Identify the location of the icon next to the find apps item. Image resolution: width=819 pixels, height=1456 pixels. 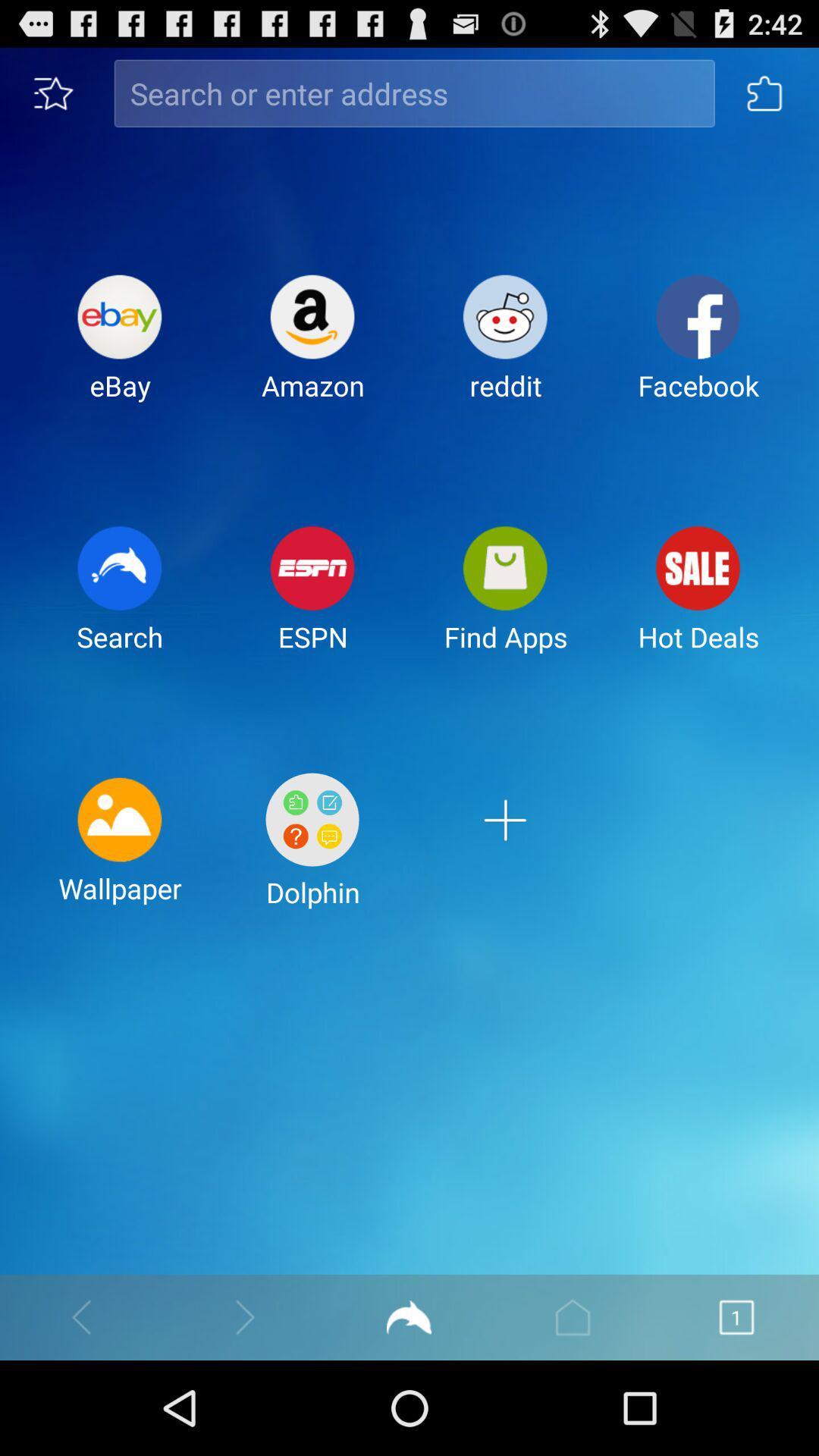
(312, 601).